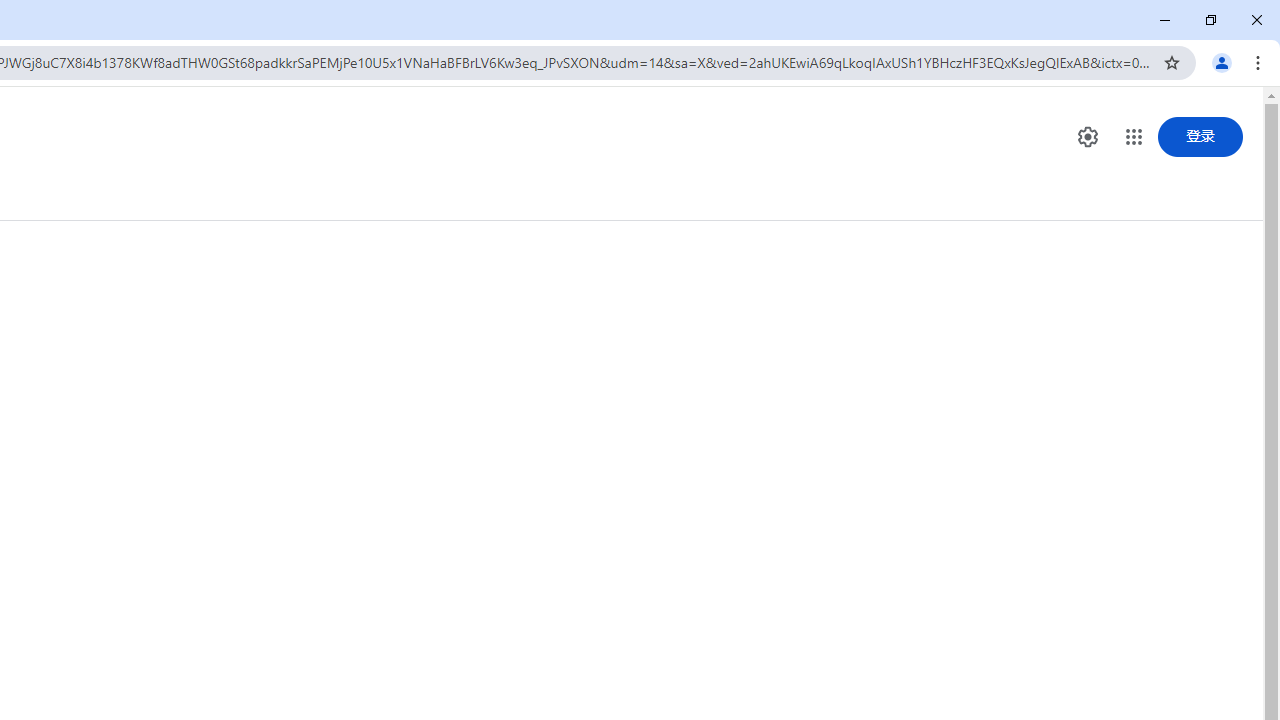 The image size is (1280, 720). I want to click on 'You', so click(1220, 61).